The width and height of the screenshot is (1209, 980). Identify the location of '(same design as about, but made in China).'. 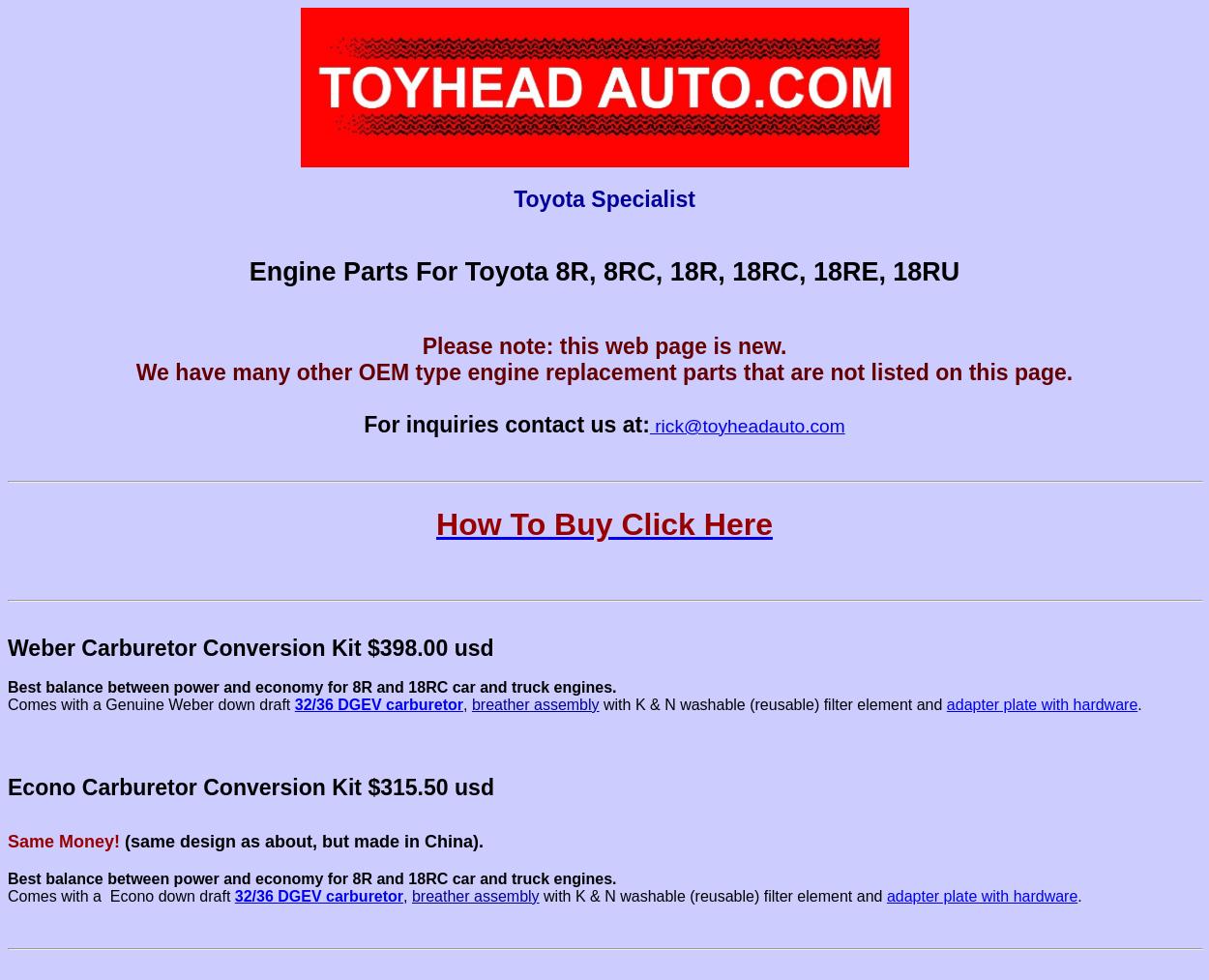
(302, 840).